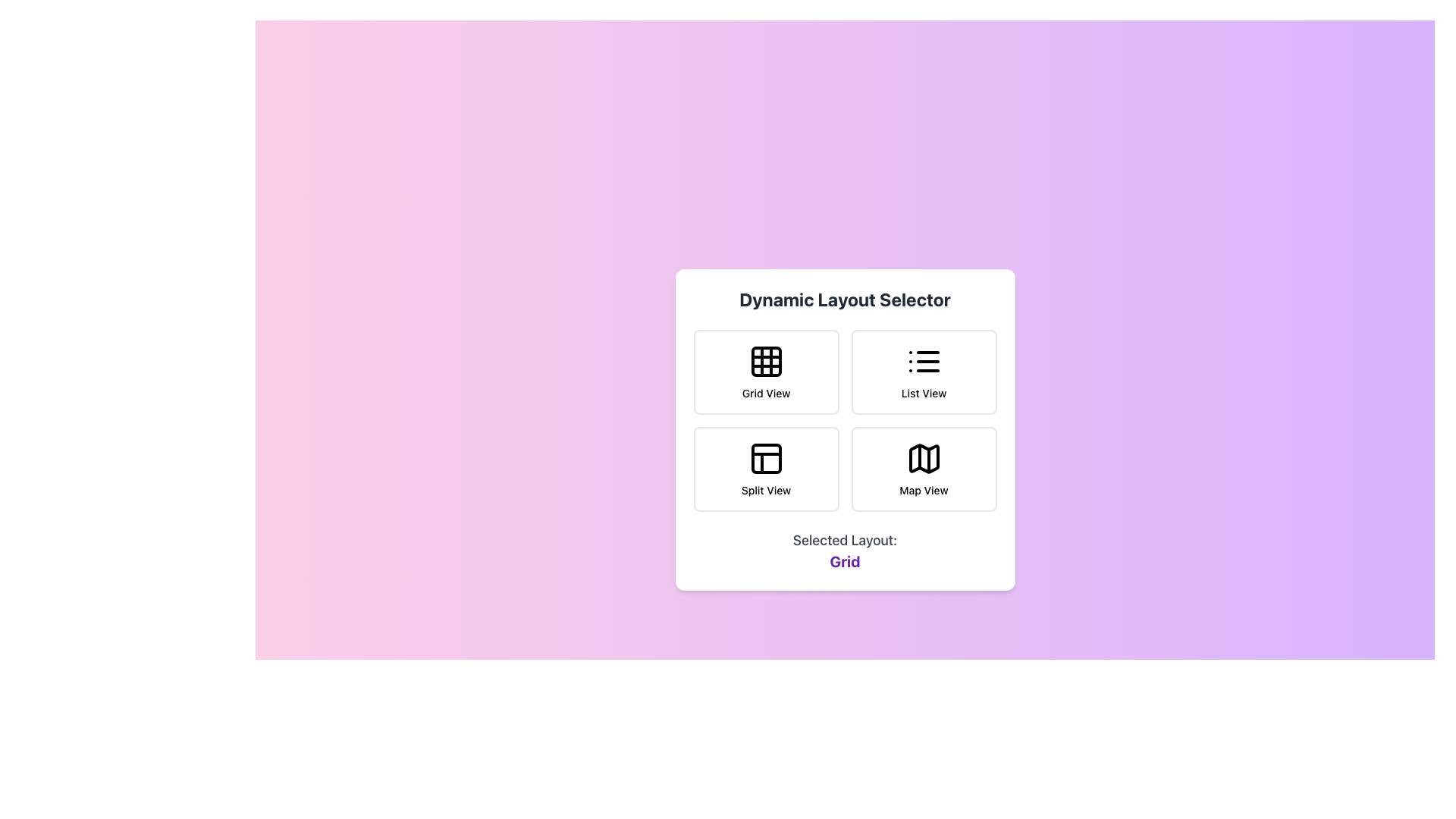 The height and width of the screenshot is (819, 1456). What do you see at coordinates (766, 468) in the screenshot?
I see `the 'Split View' button located in the bottom left corner of the two-by-two grid under the 'Dynamic Layout Selector' heading` at bounding box center [766, 468].